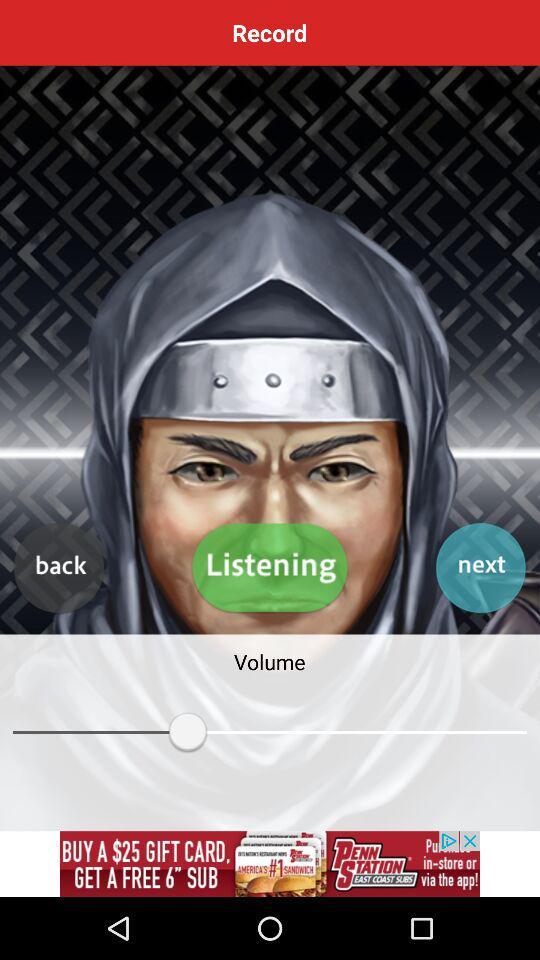 This screenshot has width=540, height=960. Describe the element at coordinates (270, 568) in the screenshot. I see `audio option` at that location.